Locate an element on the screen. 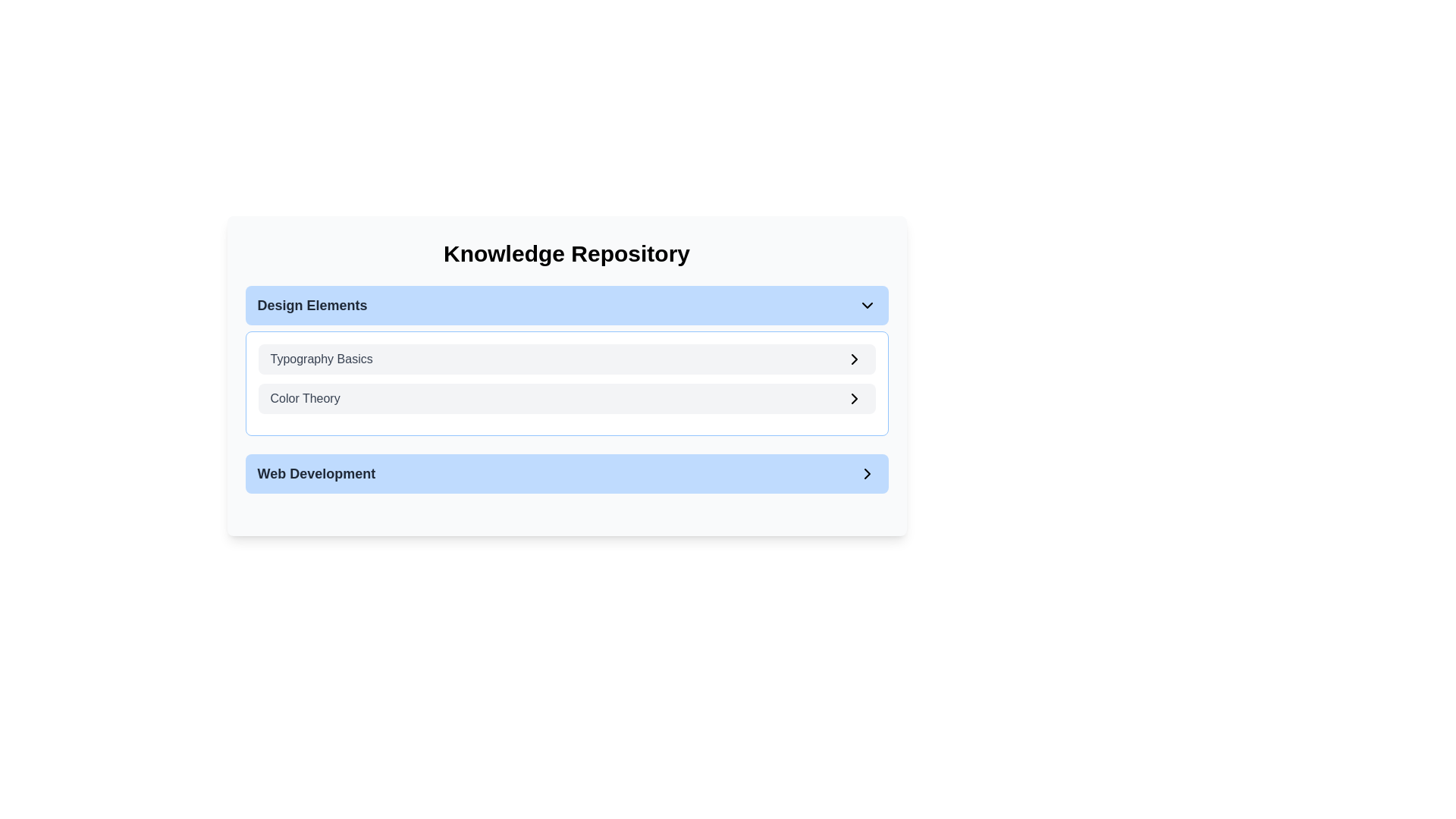  the right-chevron icon styled as an SVG graphic located at the far-right side of the 'Typography Basics' selectable item is located at coordinates (854, 359).